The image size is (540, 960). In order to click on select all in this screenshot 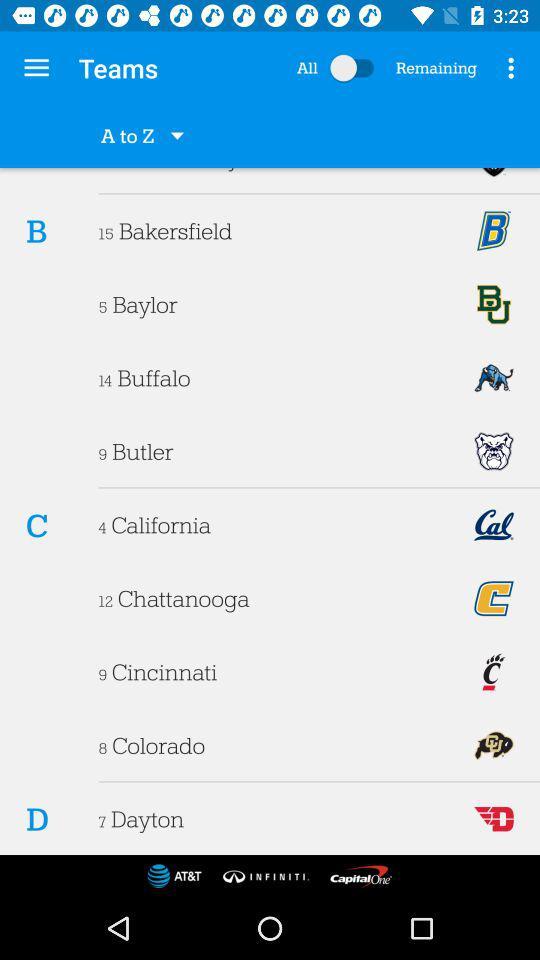, I will do `click(355, 68)`.